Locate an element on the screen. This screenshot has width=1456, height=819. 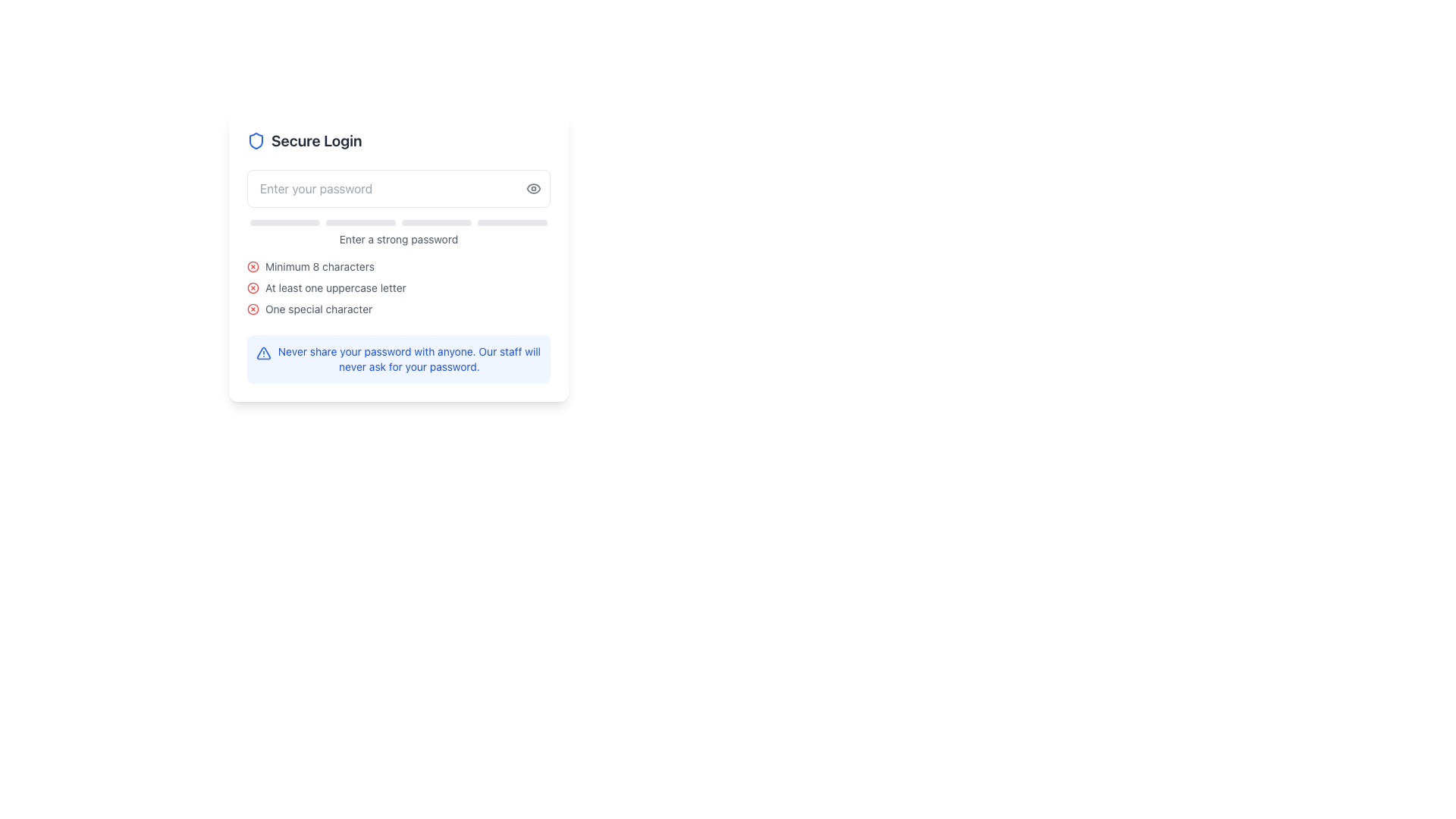
the red circular icon with a white cross symbol, which is positioned to the left of the text 'At least one uppercase letter' under the 'Enter a strong password' section is located at coordinates (253, 288).